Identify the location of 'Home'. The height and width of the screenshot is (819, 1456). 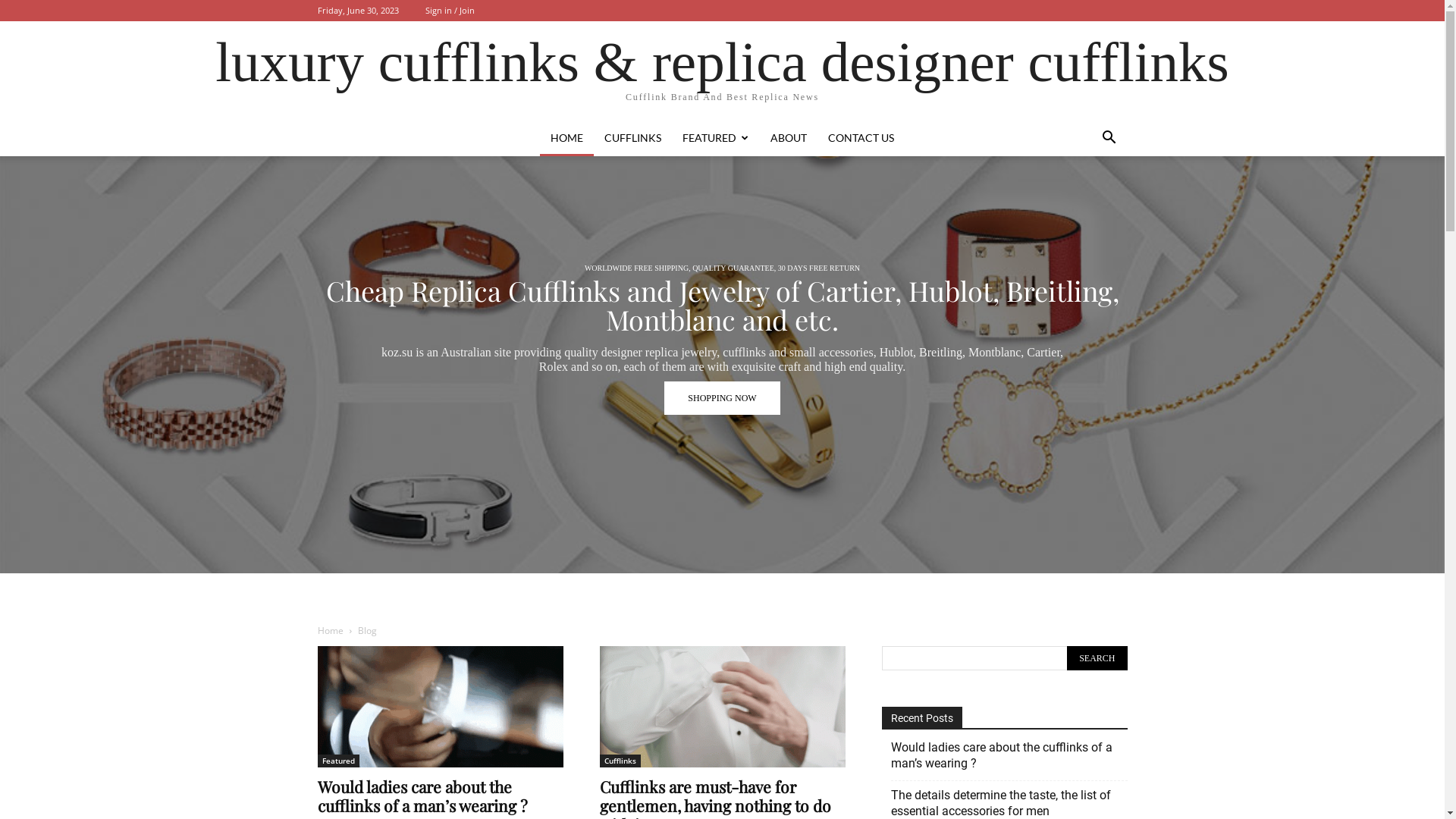
(315, 630).